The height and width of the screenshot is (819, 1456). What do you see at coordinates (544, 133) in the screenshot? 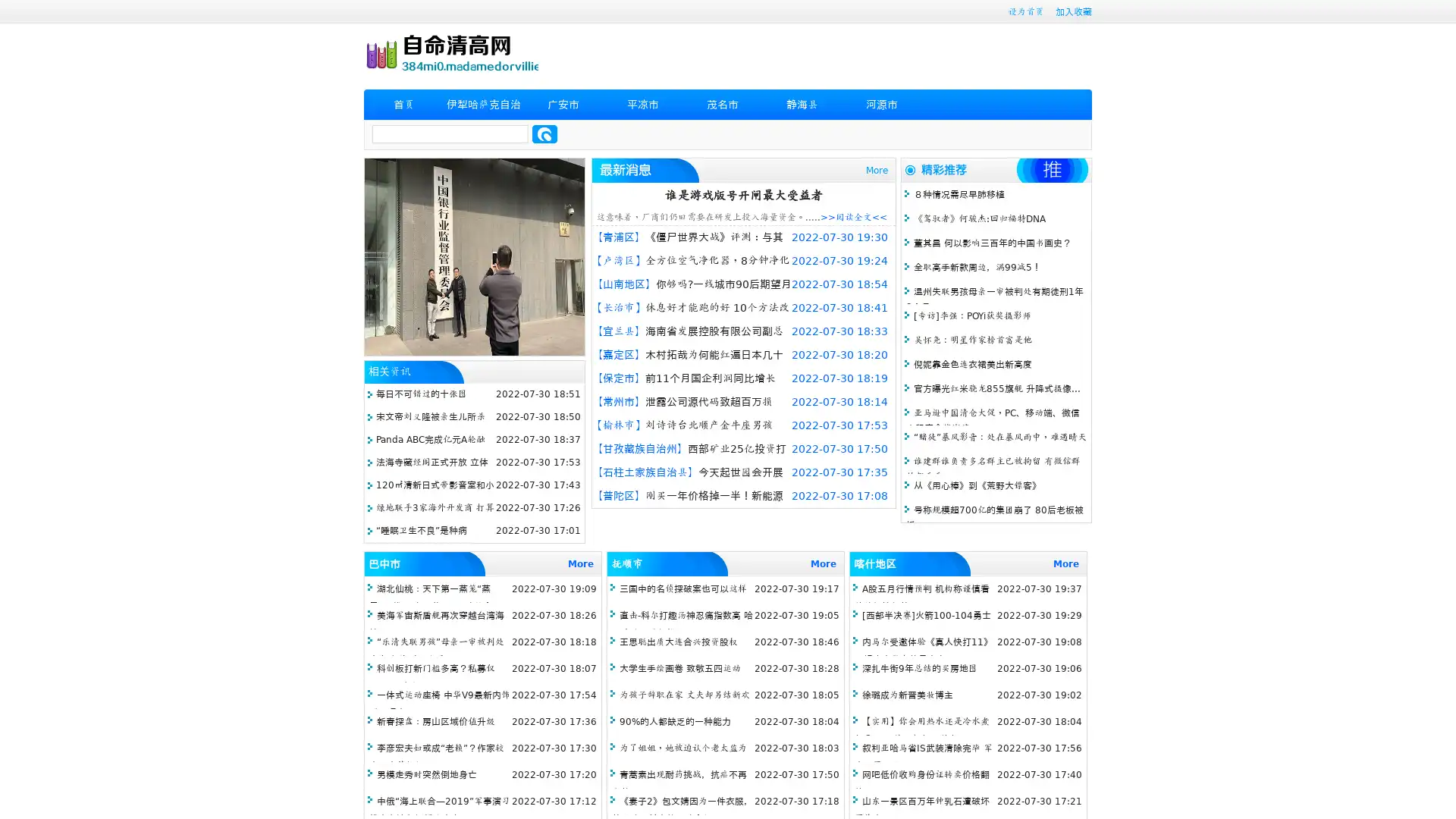
I see `Search` at bounding box center [544, 133].